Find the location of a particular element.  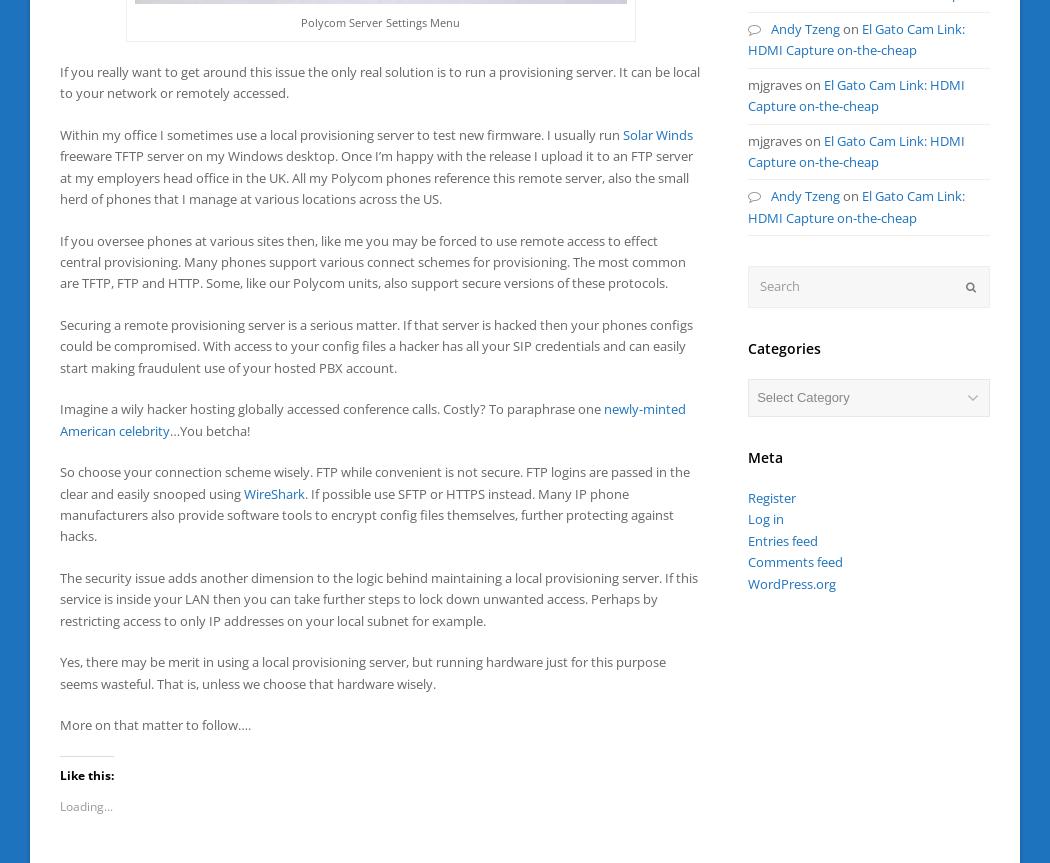

'If you oversee phones at various sites then, like me you may be forced to use remote access to effect central provisioning. Many phones support various connect schemes for provisioning. The most common are TFTP, FTP and HTTP. Some, like our Polycom units, also support secure versions of these protocols.' is located at coordinates (371, 260).